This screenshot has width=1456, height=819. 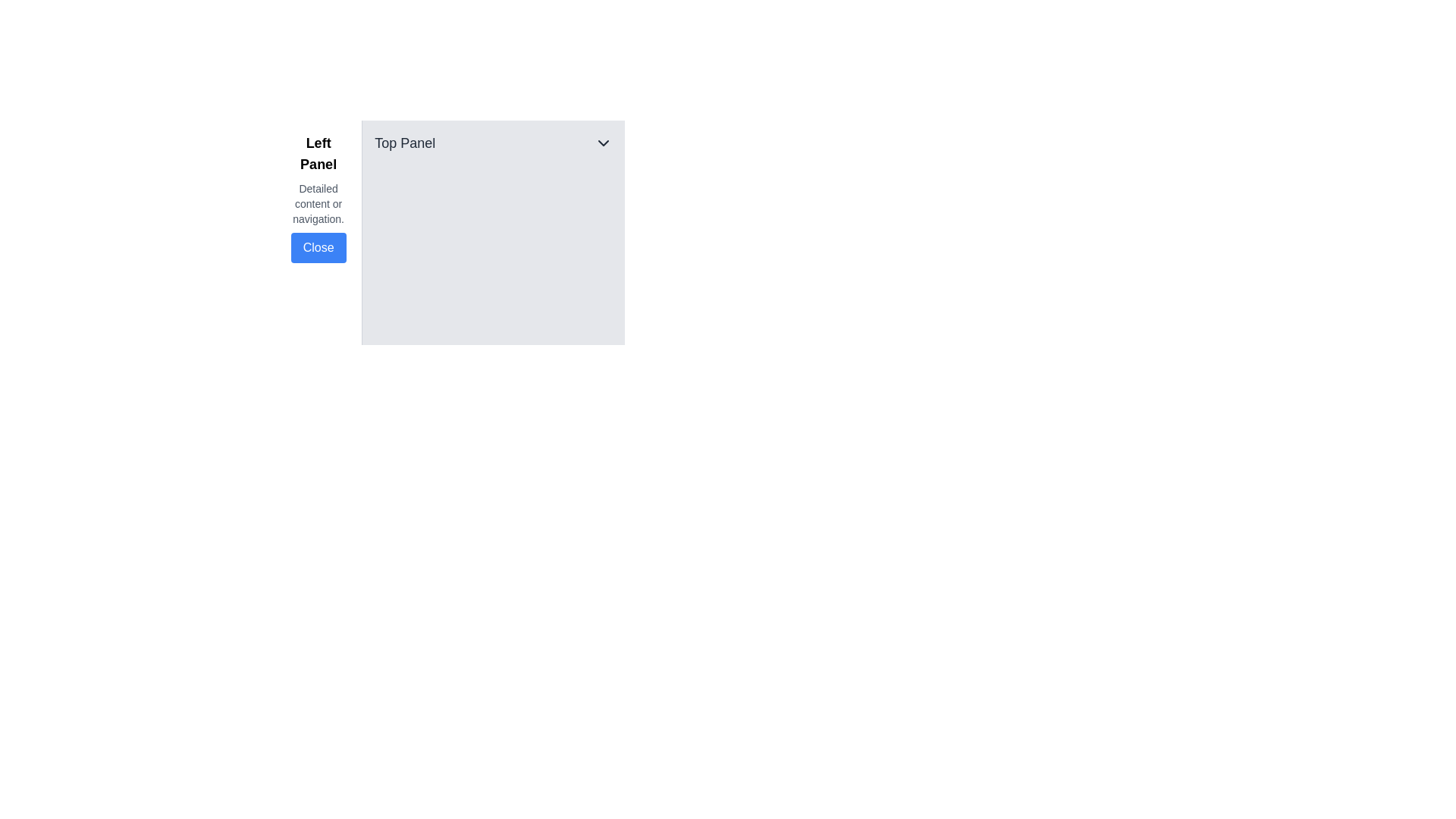 I want to click on the Dropdown toggle button located in the upper-right corner of the 'Top Panel', so click(x=603, y=143).